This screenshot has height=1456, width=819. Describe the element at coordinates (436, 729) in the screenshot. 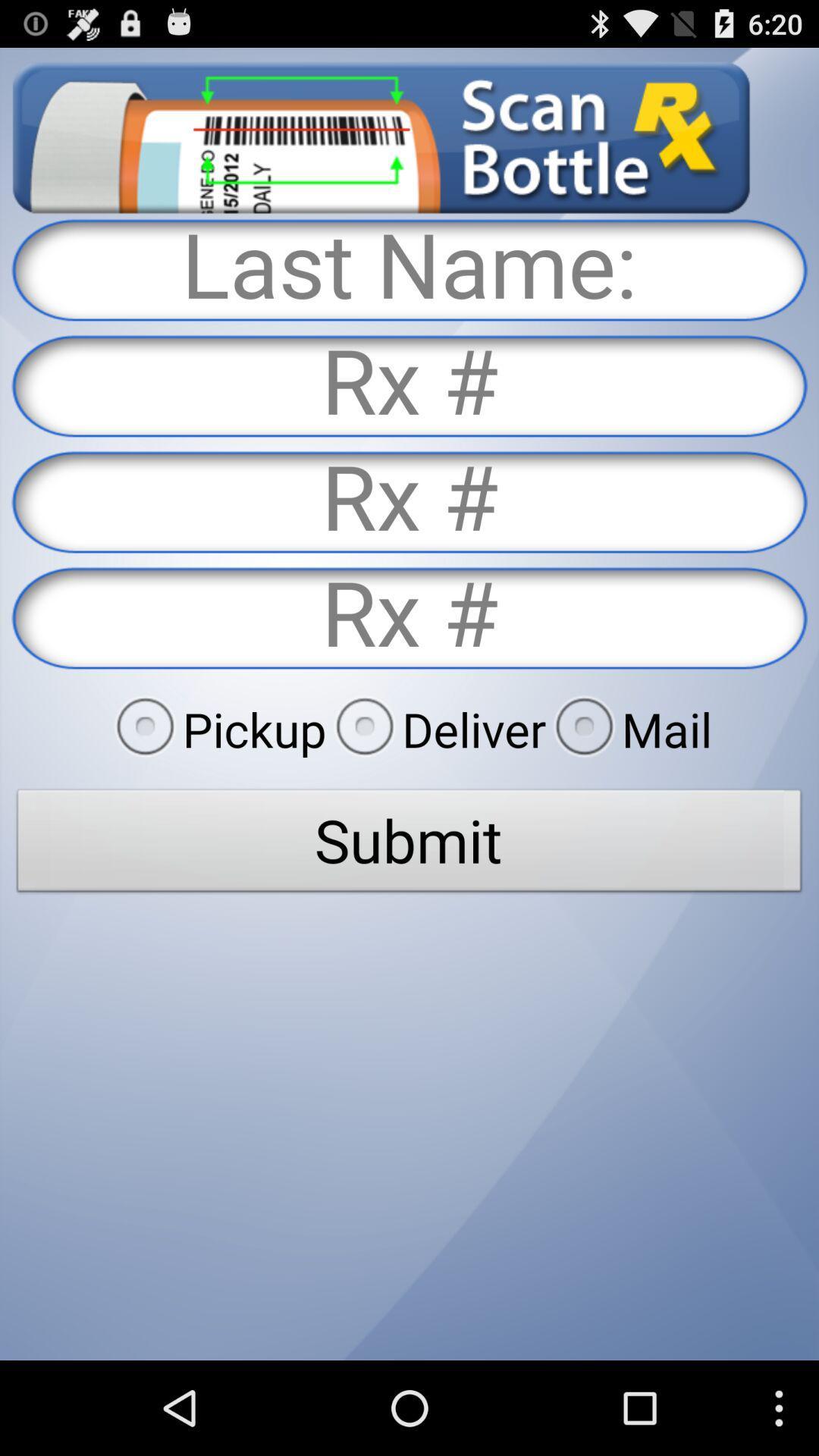

I see `radio button next to the pickup item` at that location.